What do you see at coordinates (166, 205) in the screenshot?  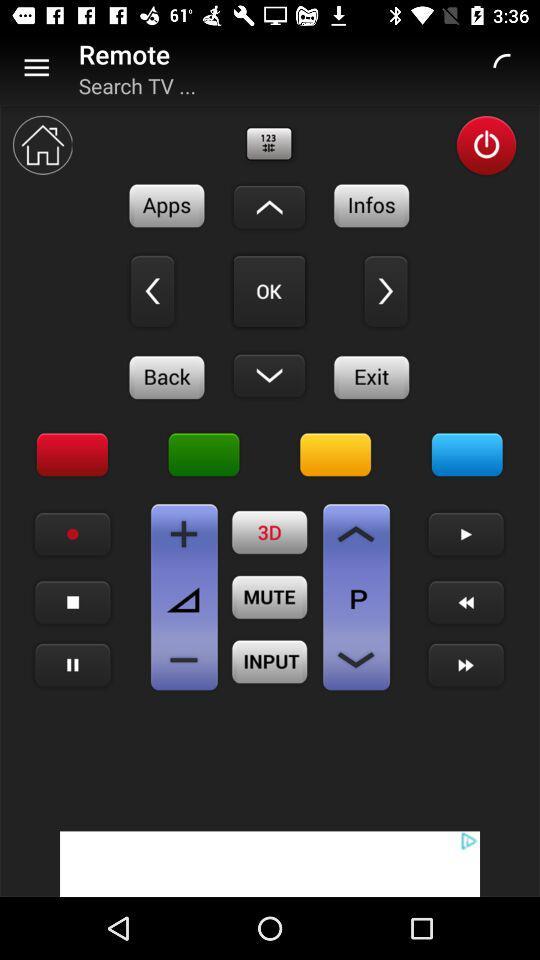 I see `see apps on remote` at bounding box center [166, 205].